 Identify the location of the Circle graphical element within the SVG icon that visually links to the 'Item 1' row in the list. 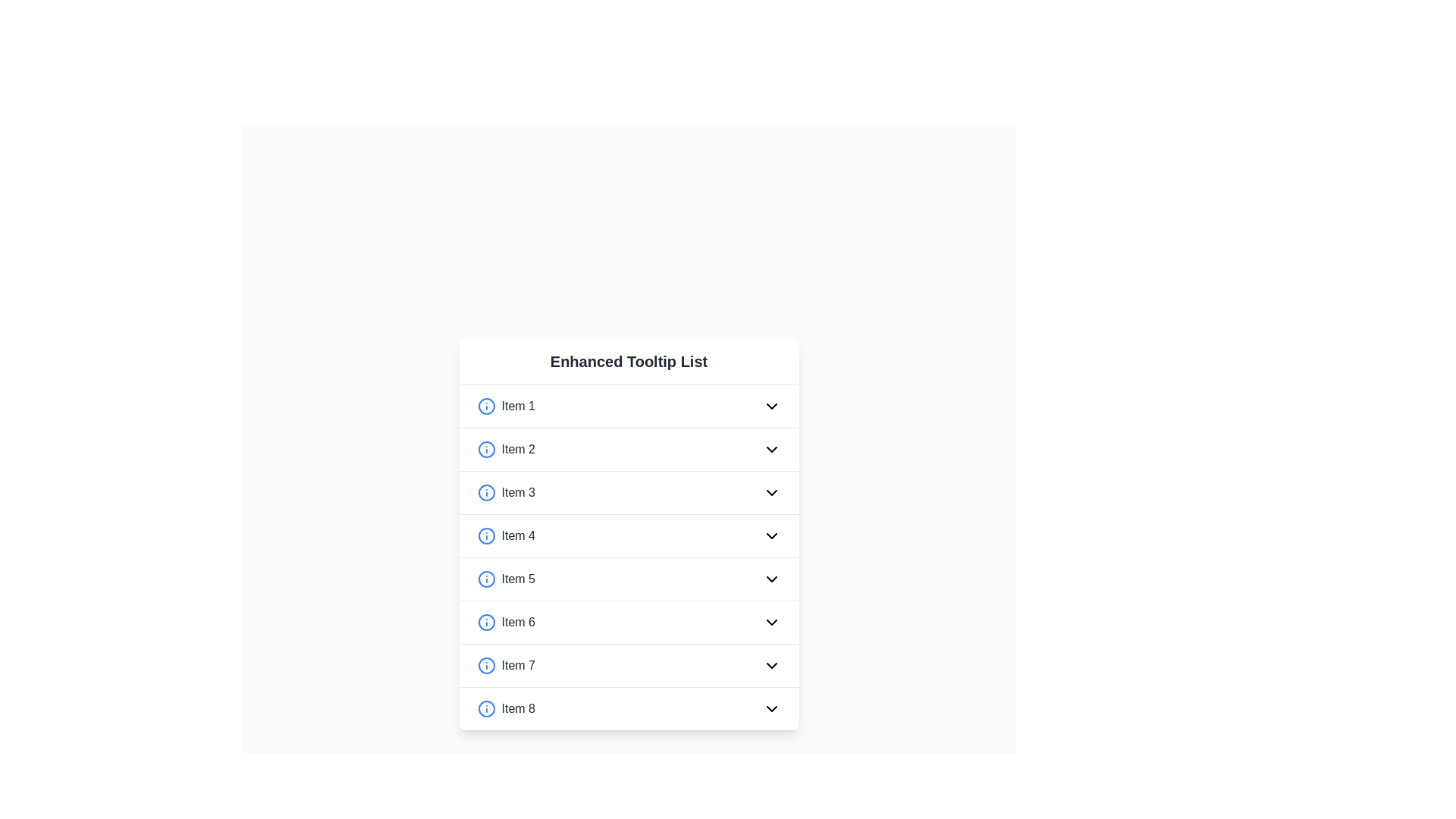
(486, 406).